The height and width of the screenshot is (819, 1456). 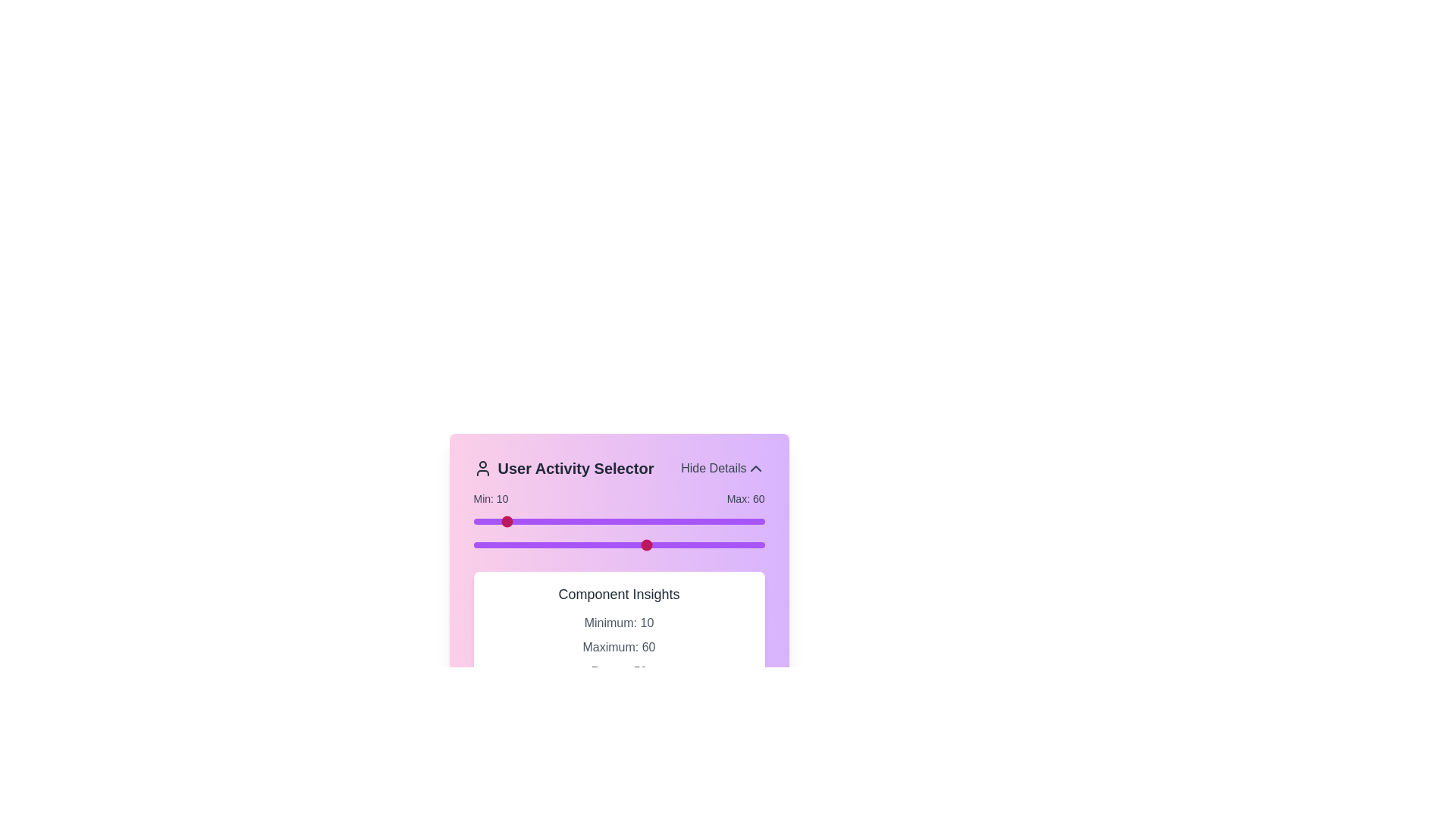 What do you see at coordinates (546, 520) in the screenshot?
I see `the slider to set the range value to 25` at bounding box center [546, 520].